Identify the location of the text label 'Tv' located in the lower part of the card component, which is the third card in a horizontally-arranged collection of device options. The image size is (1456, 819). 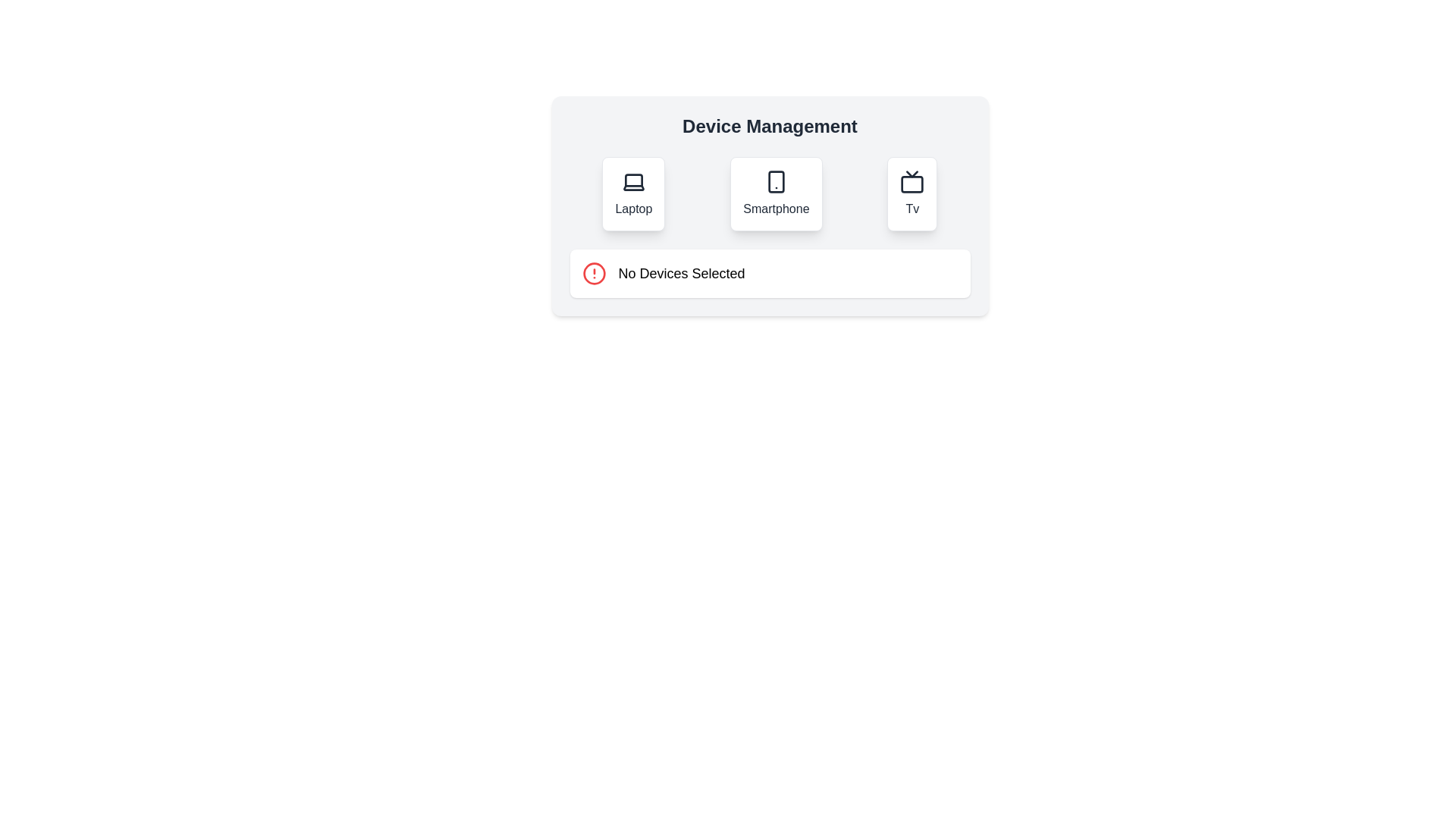
(912, 209).